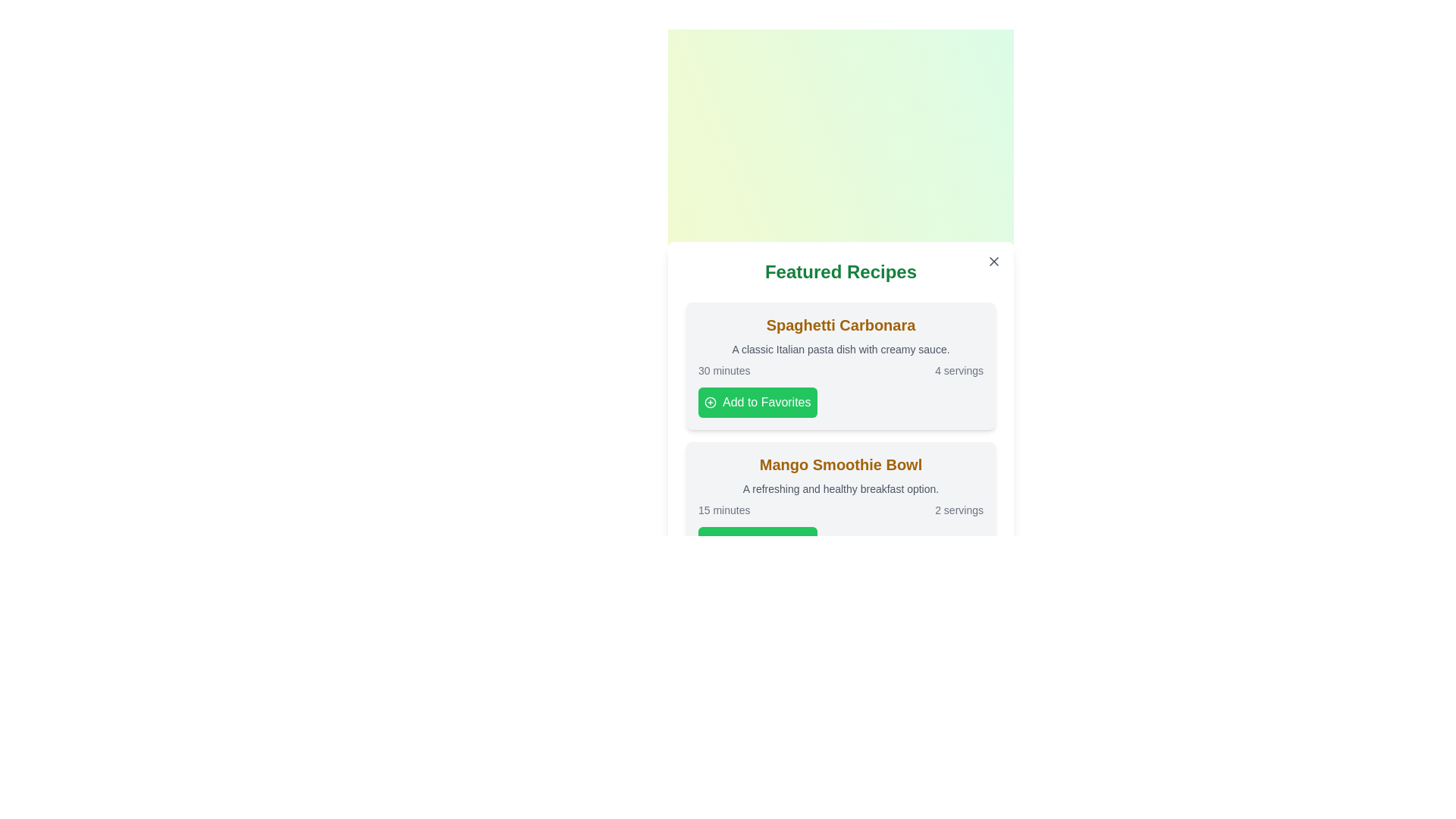  What do you see at coordinates (993, 260) in the screenshot?
I see `the close button icon located in the top-right corner of the 'Featured Recipes' panel` at bounding box center [993, 260].